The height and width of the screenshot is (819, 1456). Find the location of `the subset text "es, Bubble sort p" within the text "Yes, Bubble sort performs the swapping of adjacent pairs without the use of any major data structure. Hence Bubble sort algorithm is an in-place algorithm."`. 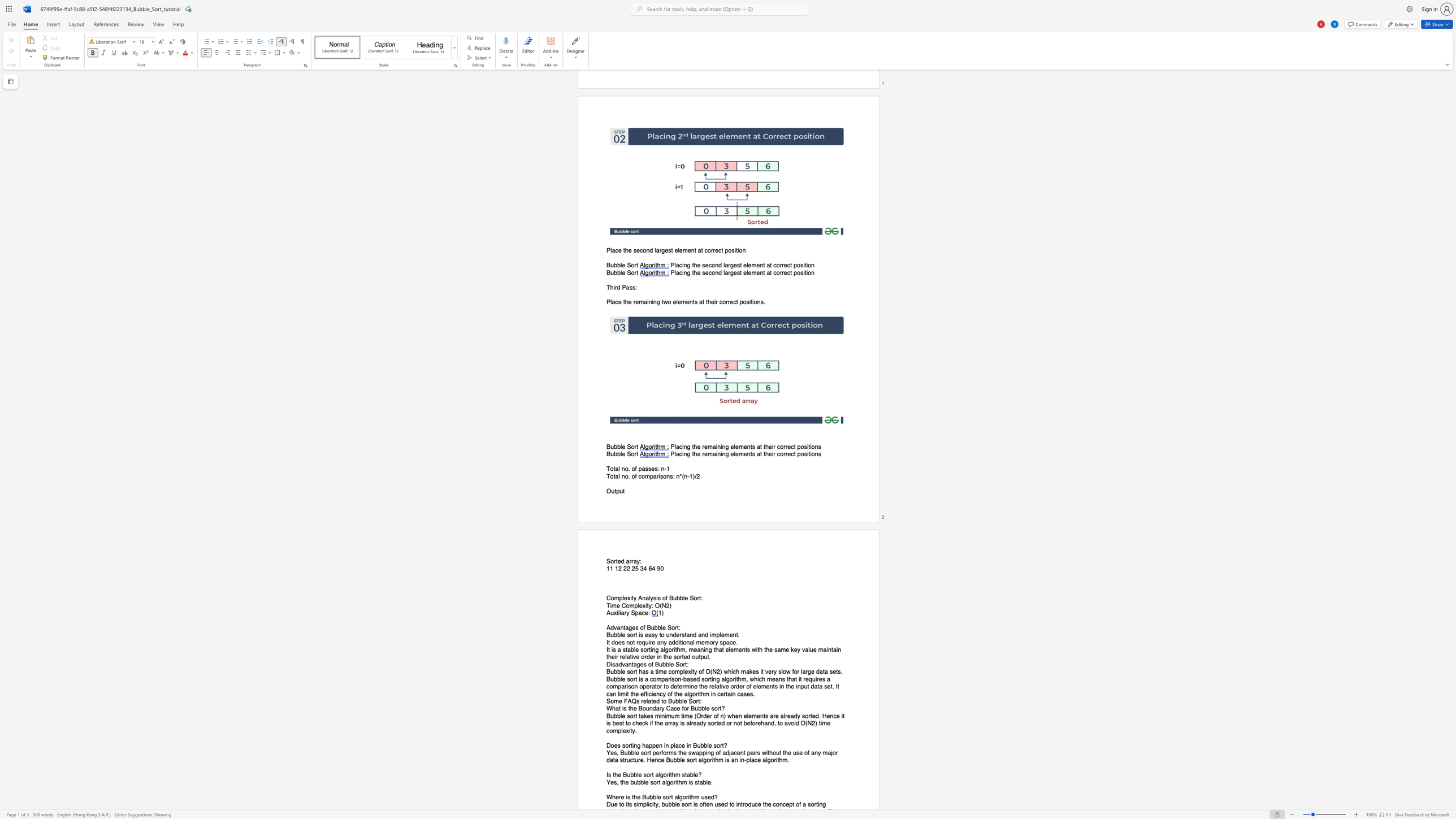

the subset text "es, Bubble sort p" within the text "Yes, Bubble sort performs the swapping of adjacent pairs without the use of any major data structure. Hence Bubble sort algorithm is an in-place algorithm." is located at coordinates (610, 752).